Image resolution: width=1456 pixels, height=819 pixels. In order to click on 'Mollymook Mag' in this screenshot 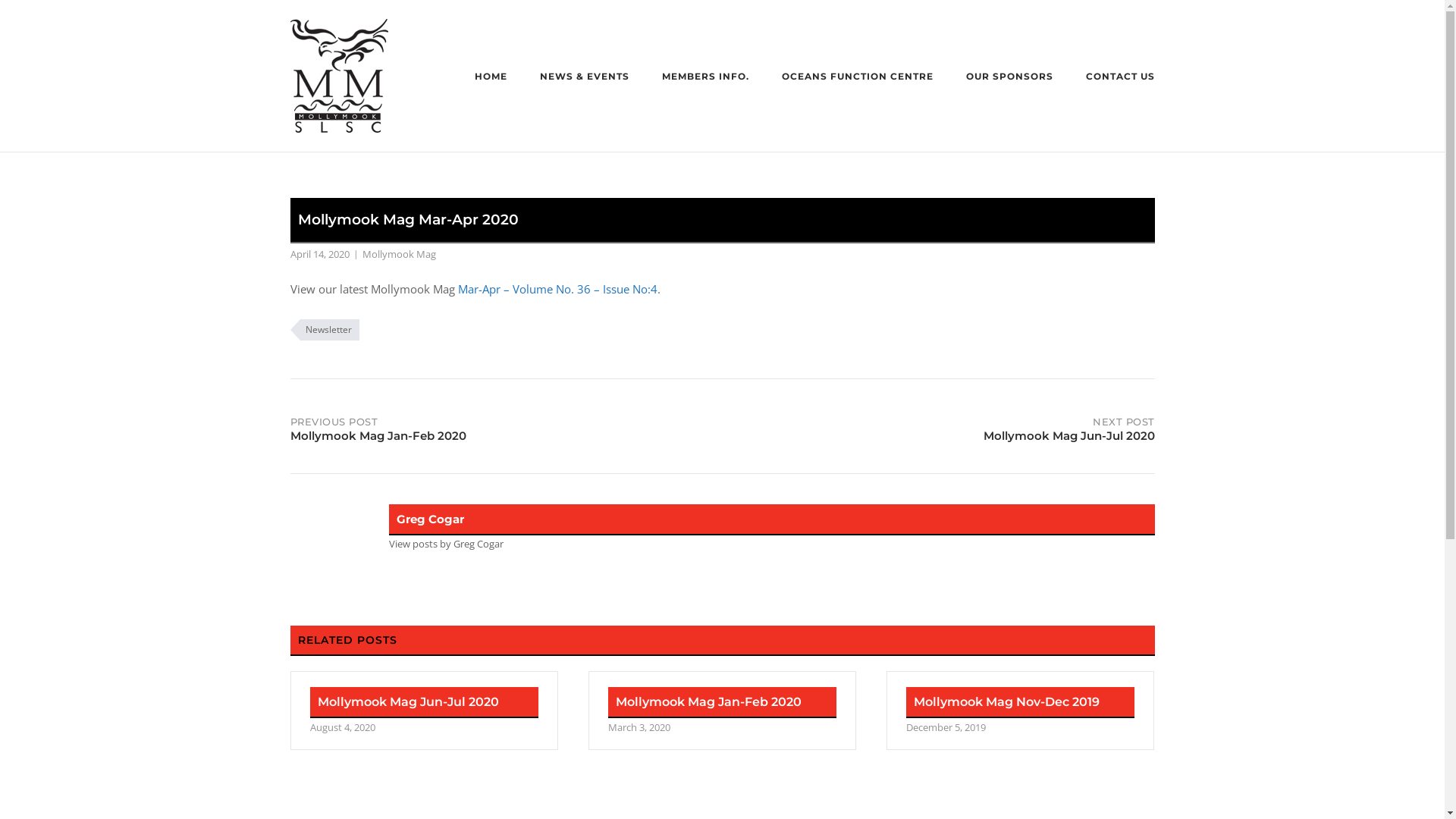, I will do `click(399, 253)`.